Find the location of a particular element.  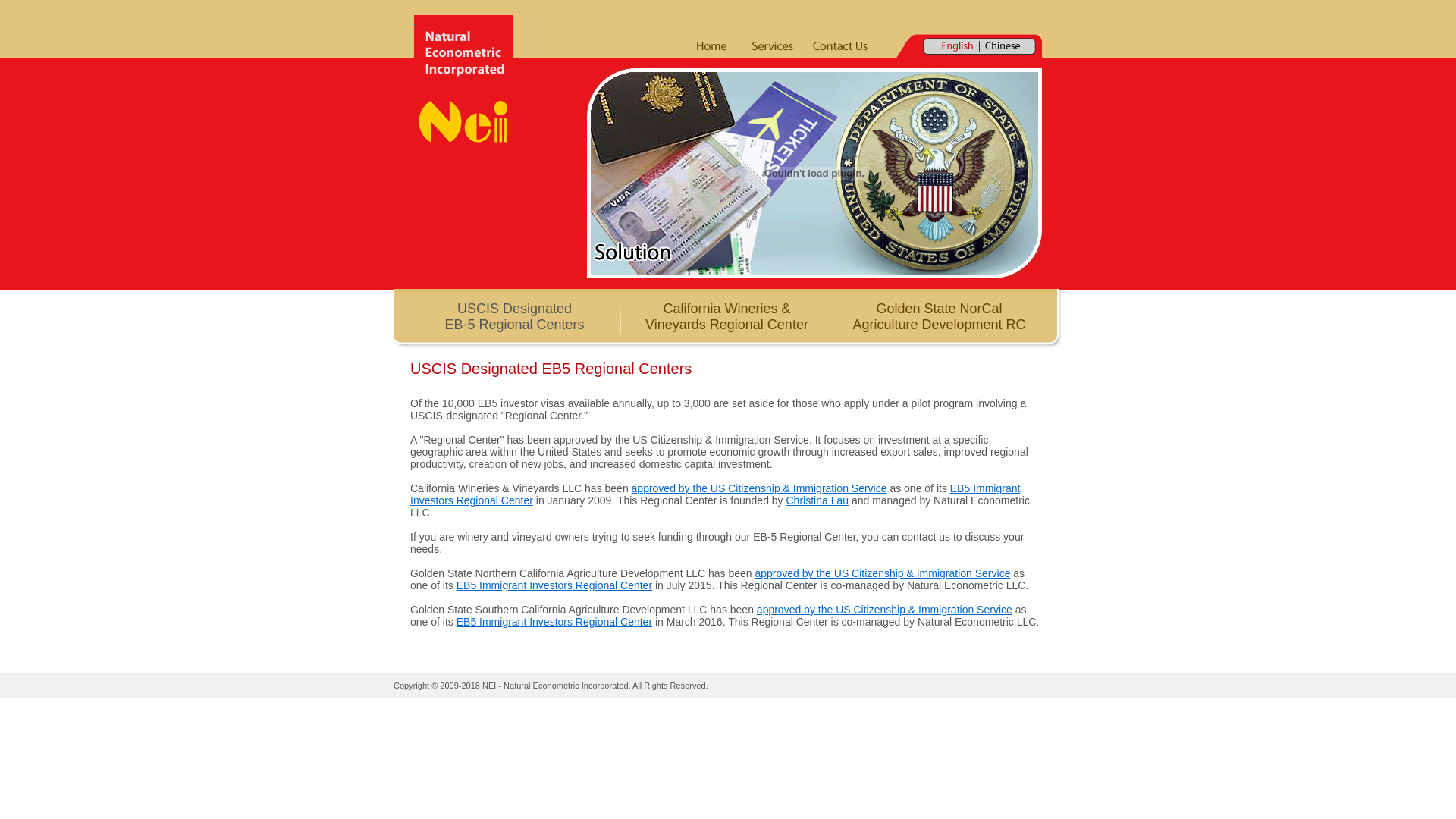

'Home' is located at coordinates (710, 45).